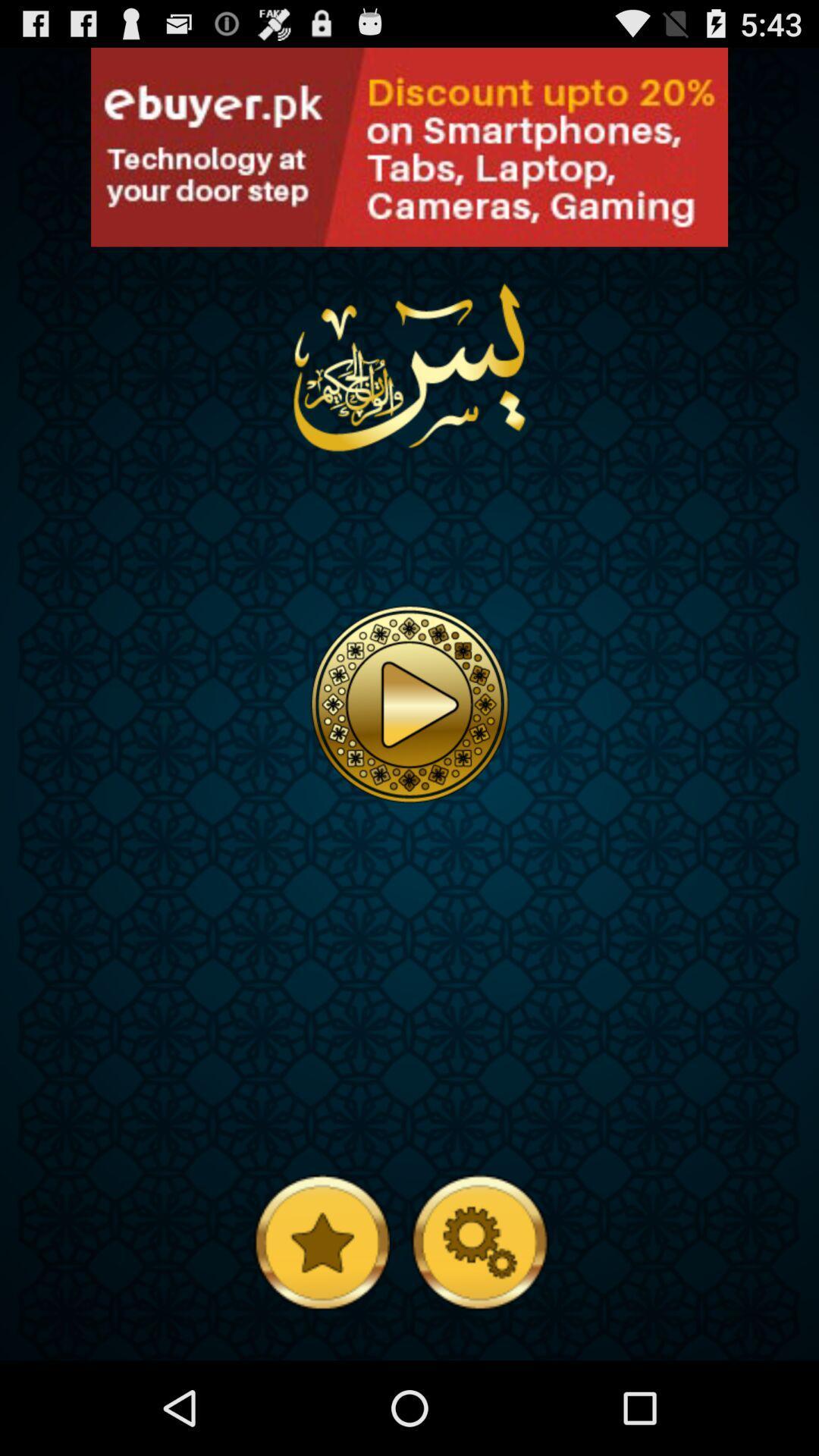 The image size is (819, 1456). Describe the element at coordinates (409, 147) in the screenshot. I see `open an advertisement` at that location.